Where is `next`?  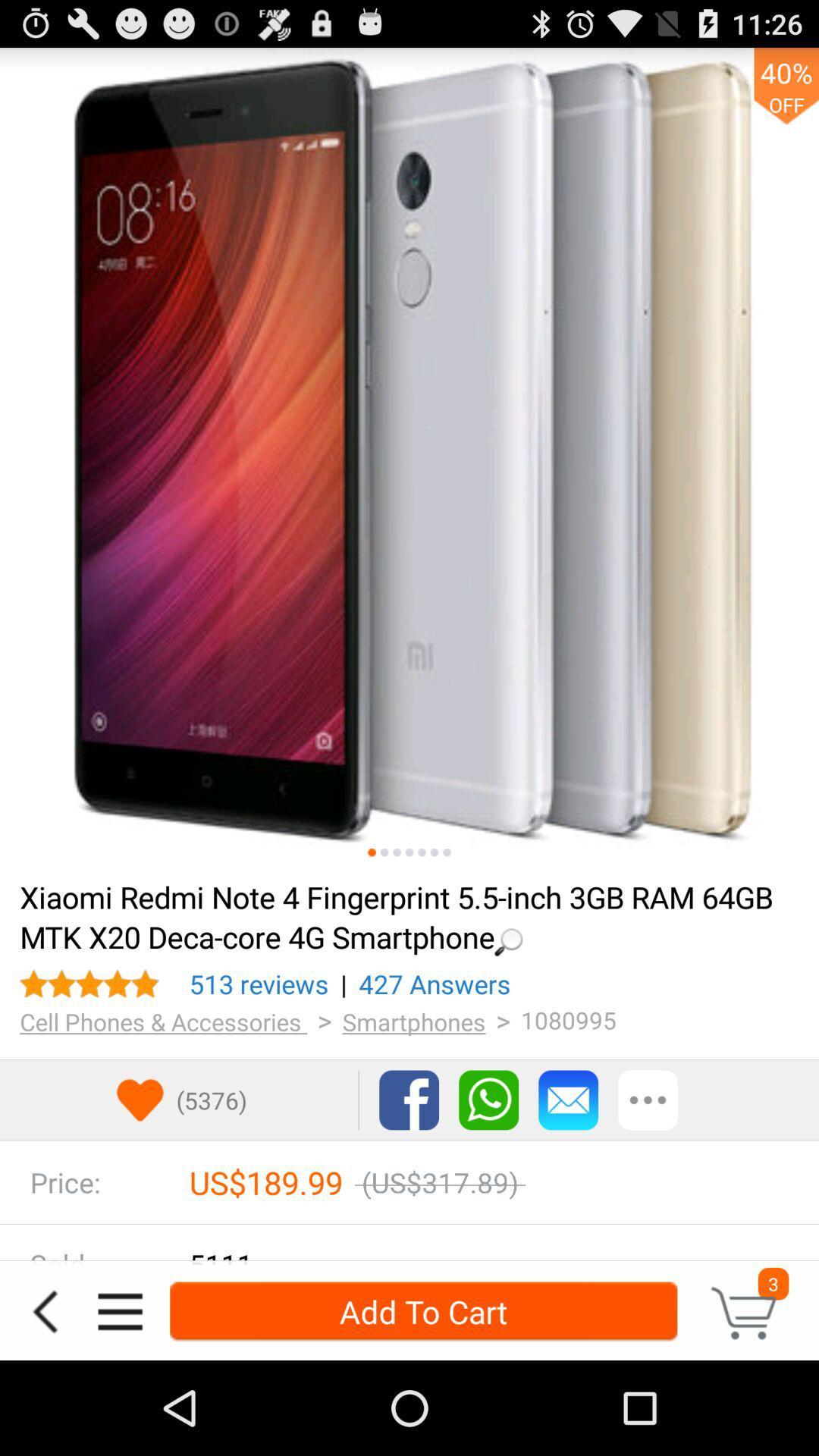 next is located at coordinates (446, 852).